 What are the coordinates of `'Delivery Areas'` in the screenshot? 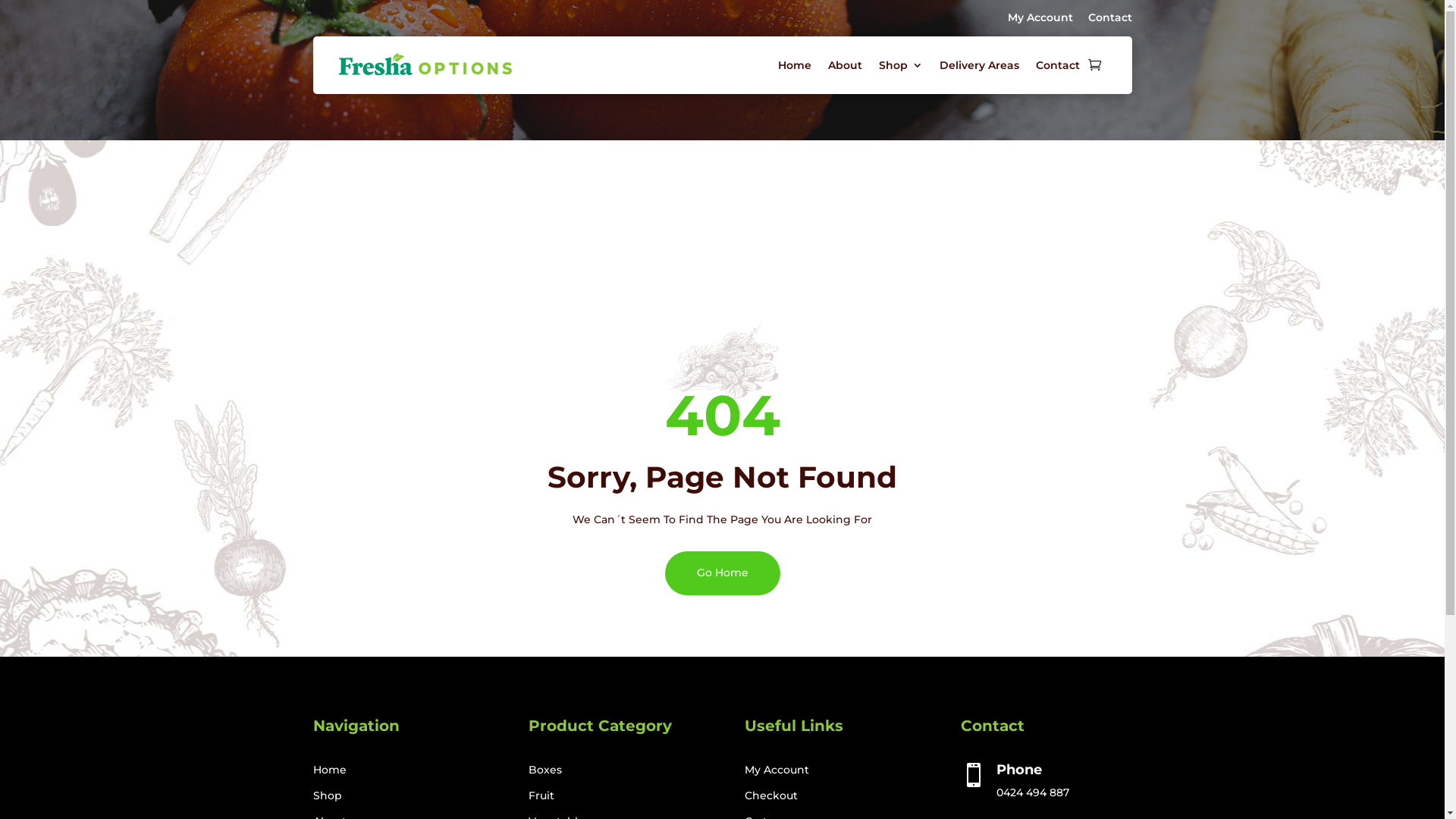 It's located at (938, 64).